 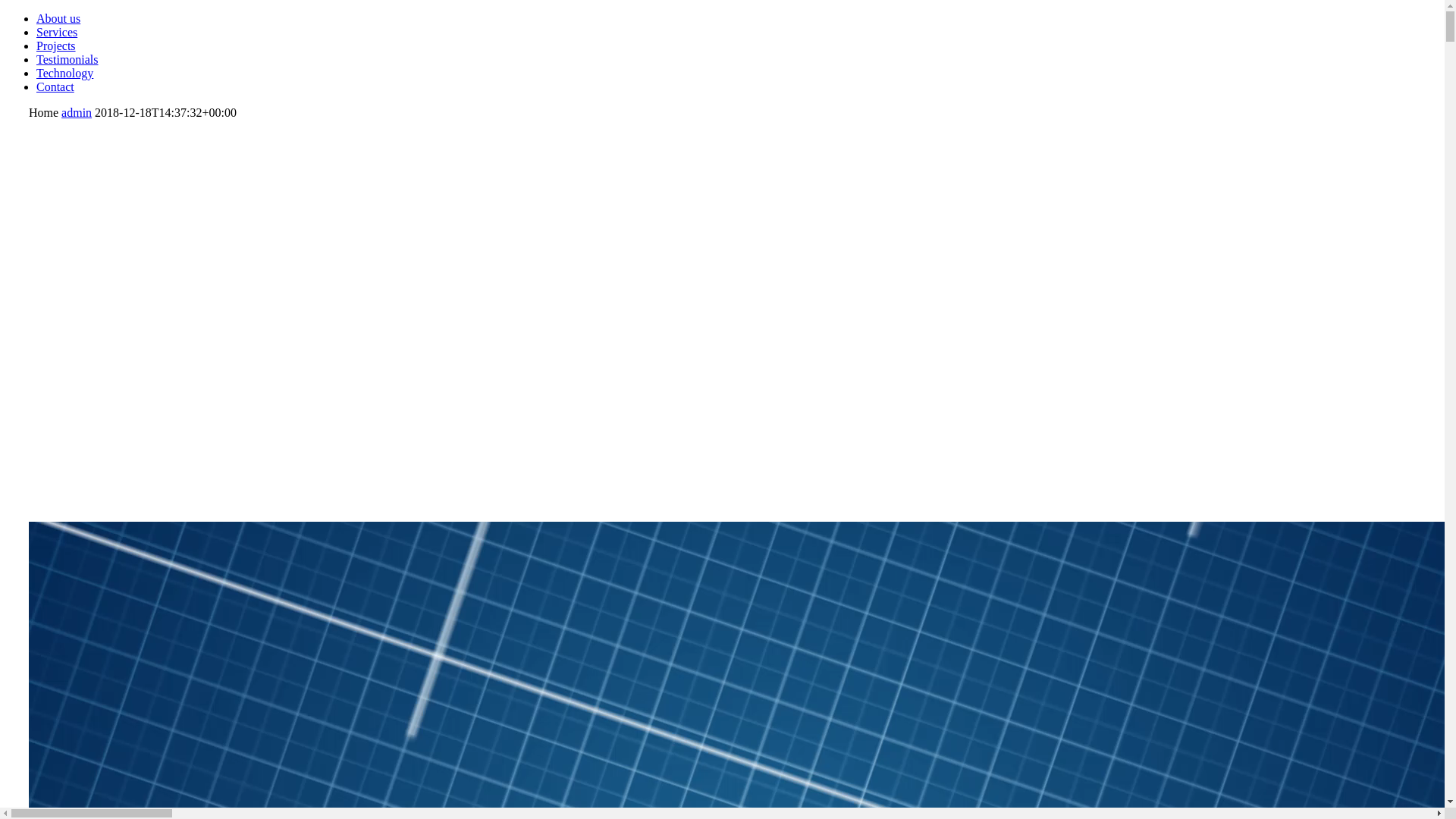 What do you see at coordinates (36, 86) in the screenshot?
I see `'Contact'` at bounding box center [36, 86].